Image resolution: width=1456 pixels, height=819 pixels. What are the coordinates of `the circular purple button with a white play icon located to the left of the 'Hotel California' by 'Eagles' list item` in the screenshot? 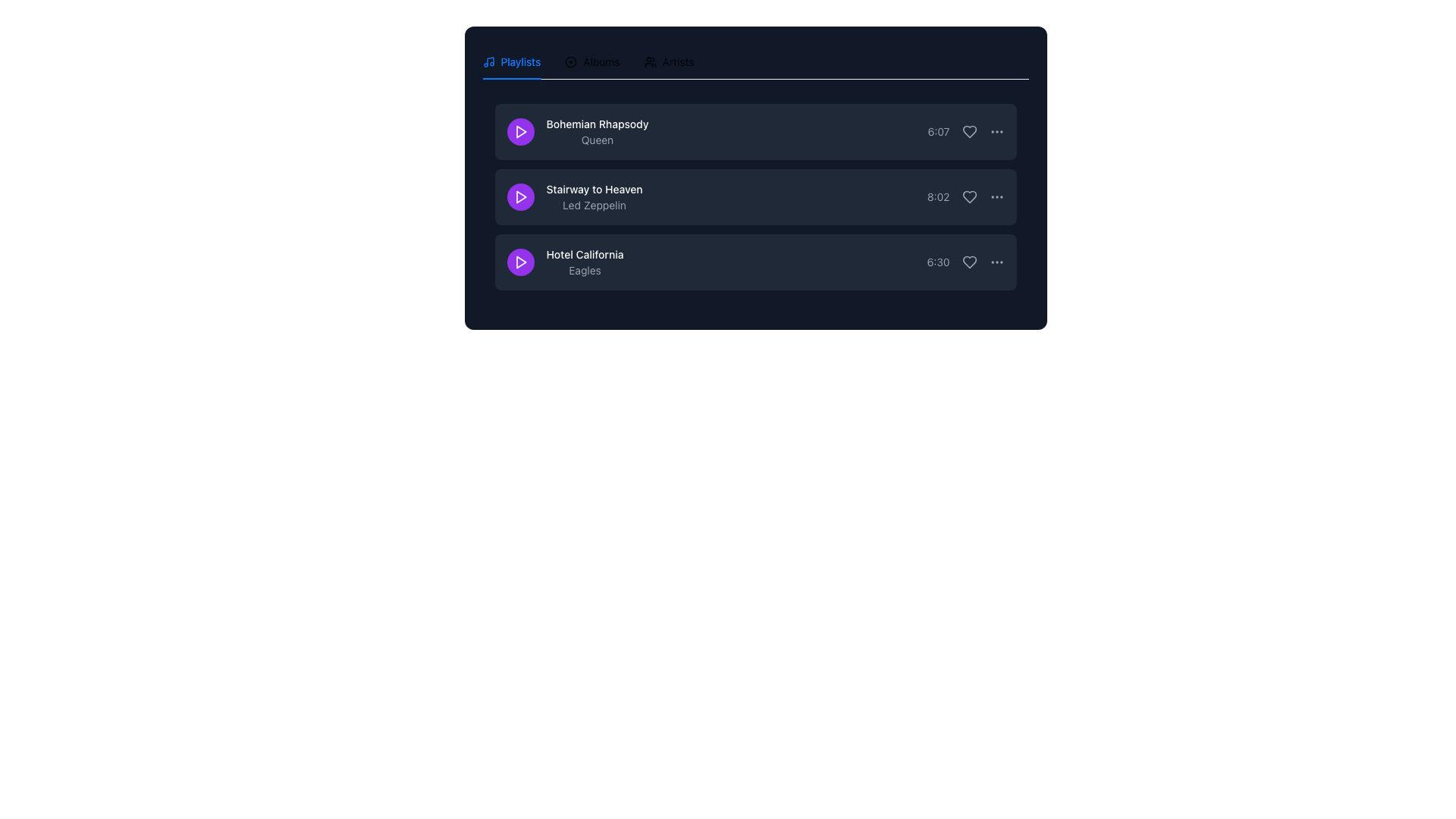 It's located at (520, 262).